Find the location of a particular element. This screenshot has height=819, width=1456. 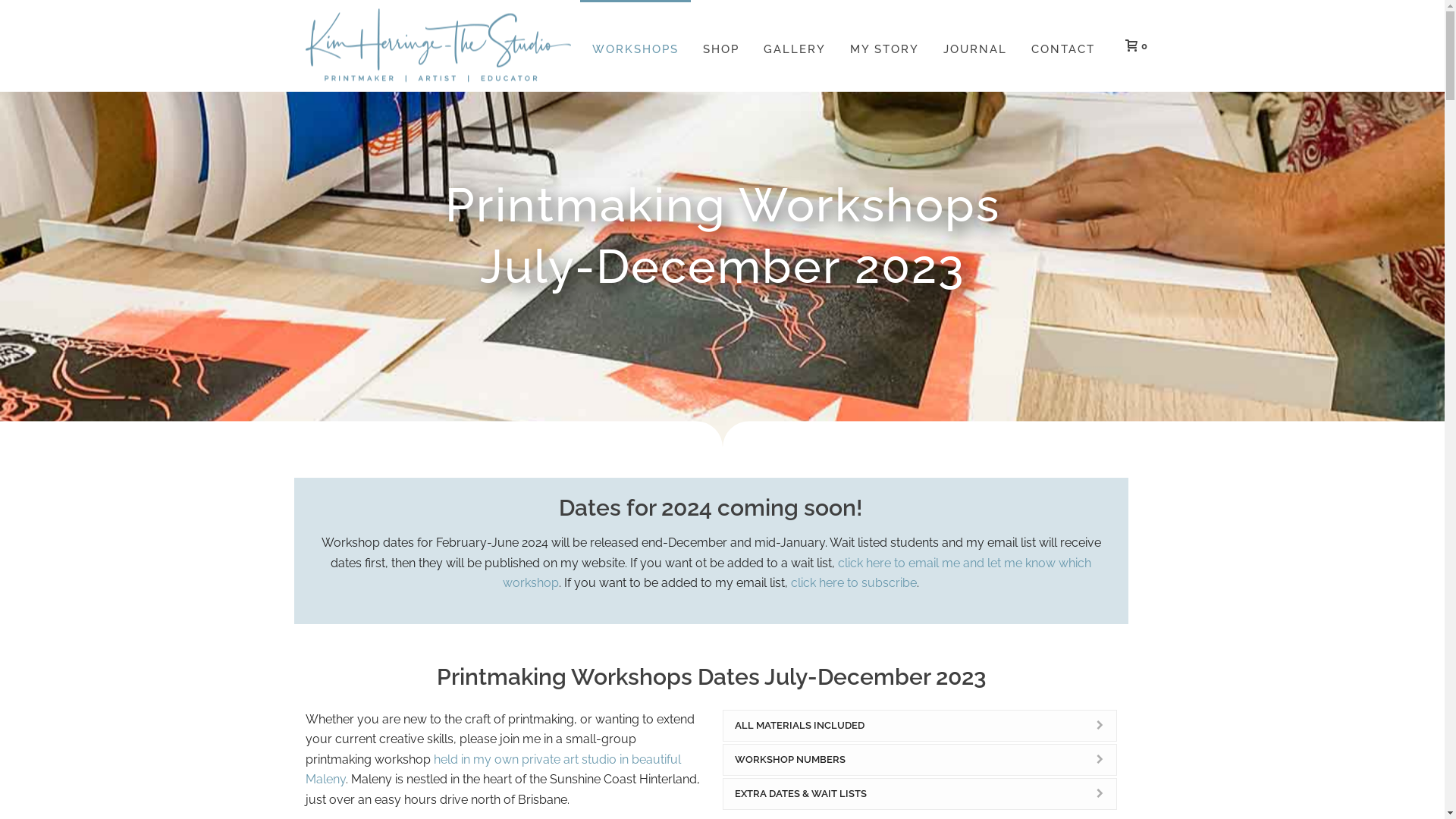

'CONTACT' is located at coordinates (1019, 45).